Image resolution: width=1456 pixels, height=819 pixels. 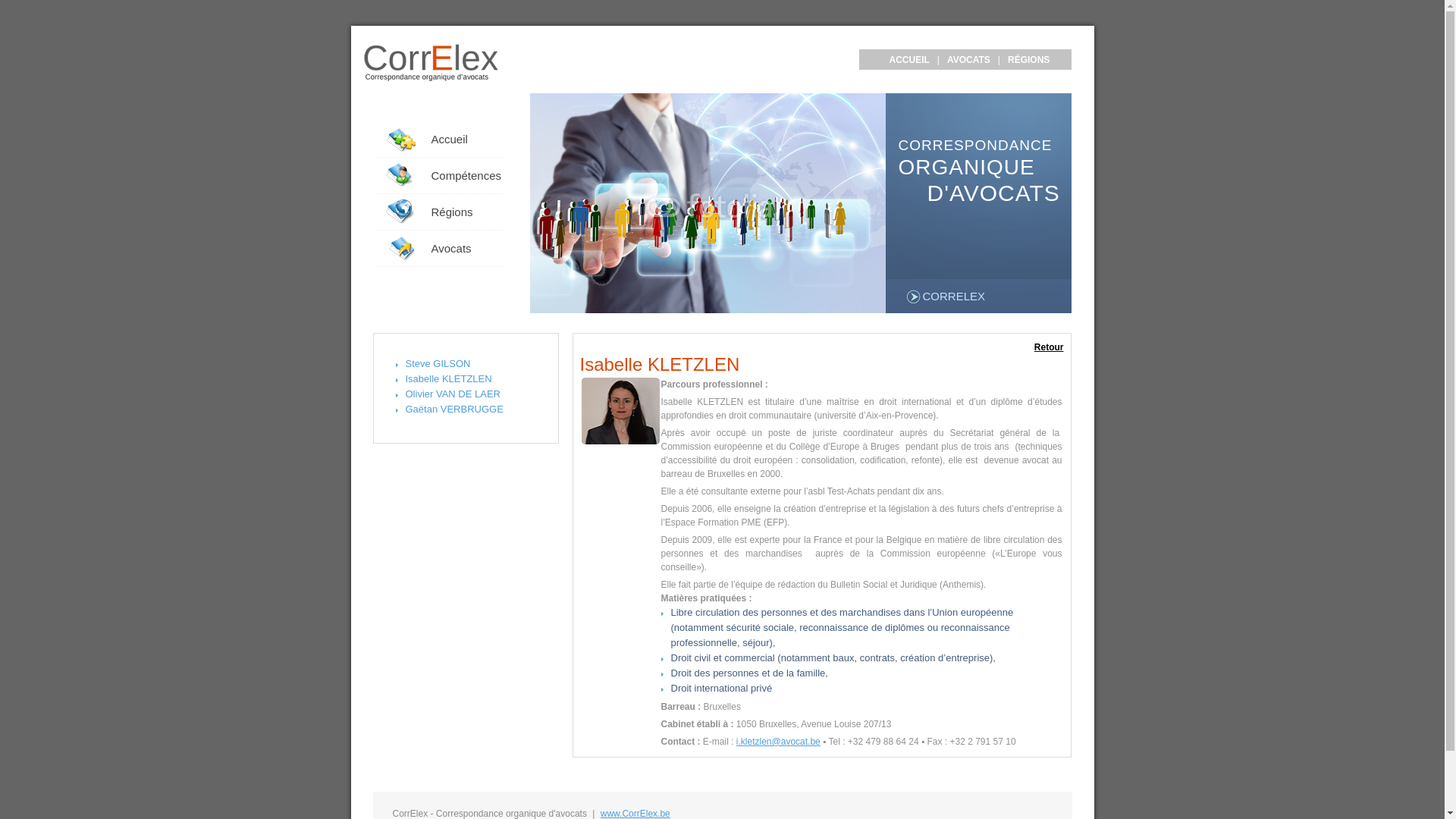 What do you see at coordinates (968, 58) in the screenshot?
I see `'AVOCATS'` at bounding box center [968, 58].